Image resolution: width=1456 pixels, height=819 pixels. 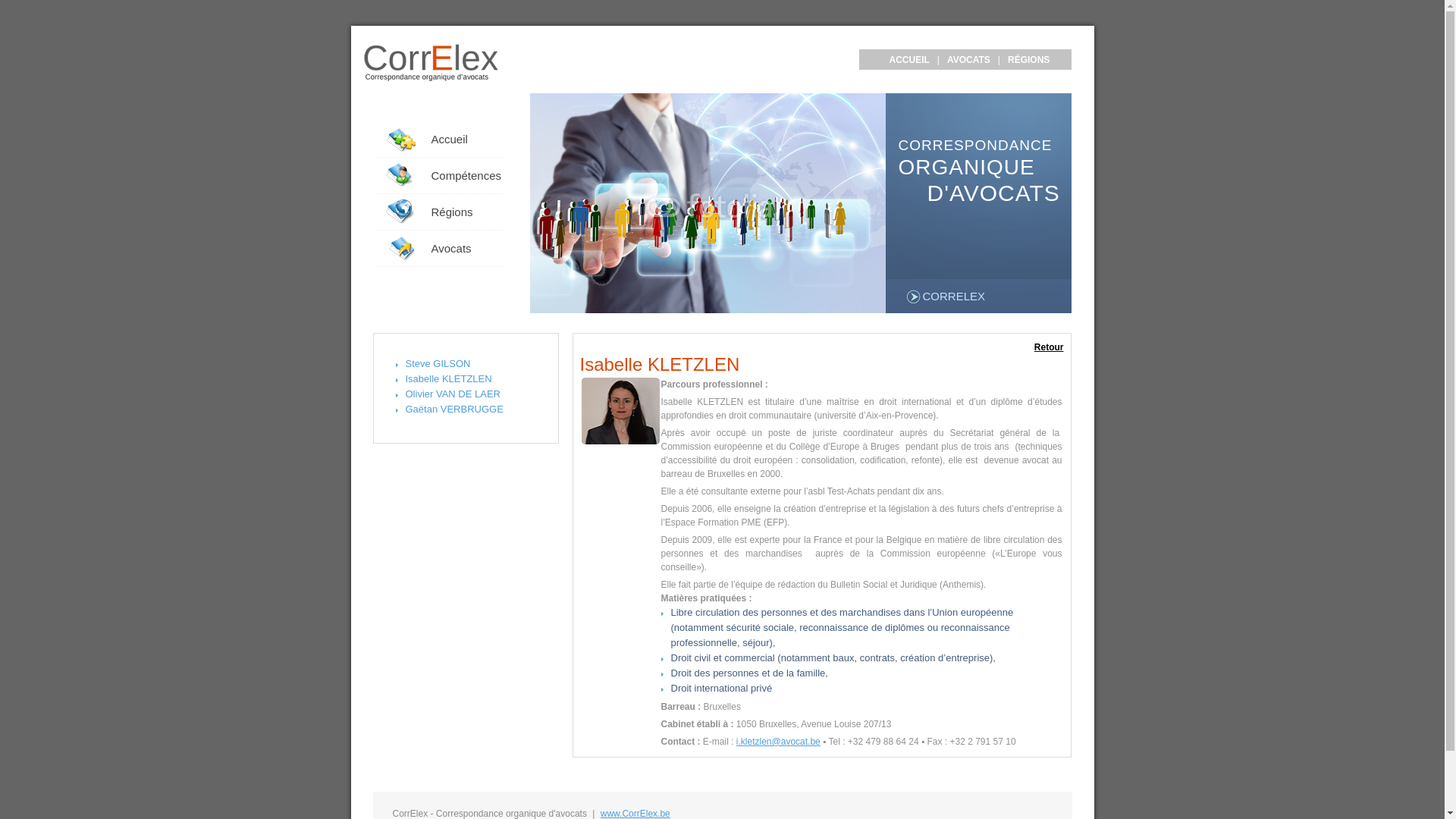 What do you see at coordinates (968, 58) in the screenshot?
I see `'AVOCATS'` at bounding box center [968, 58].